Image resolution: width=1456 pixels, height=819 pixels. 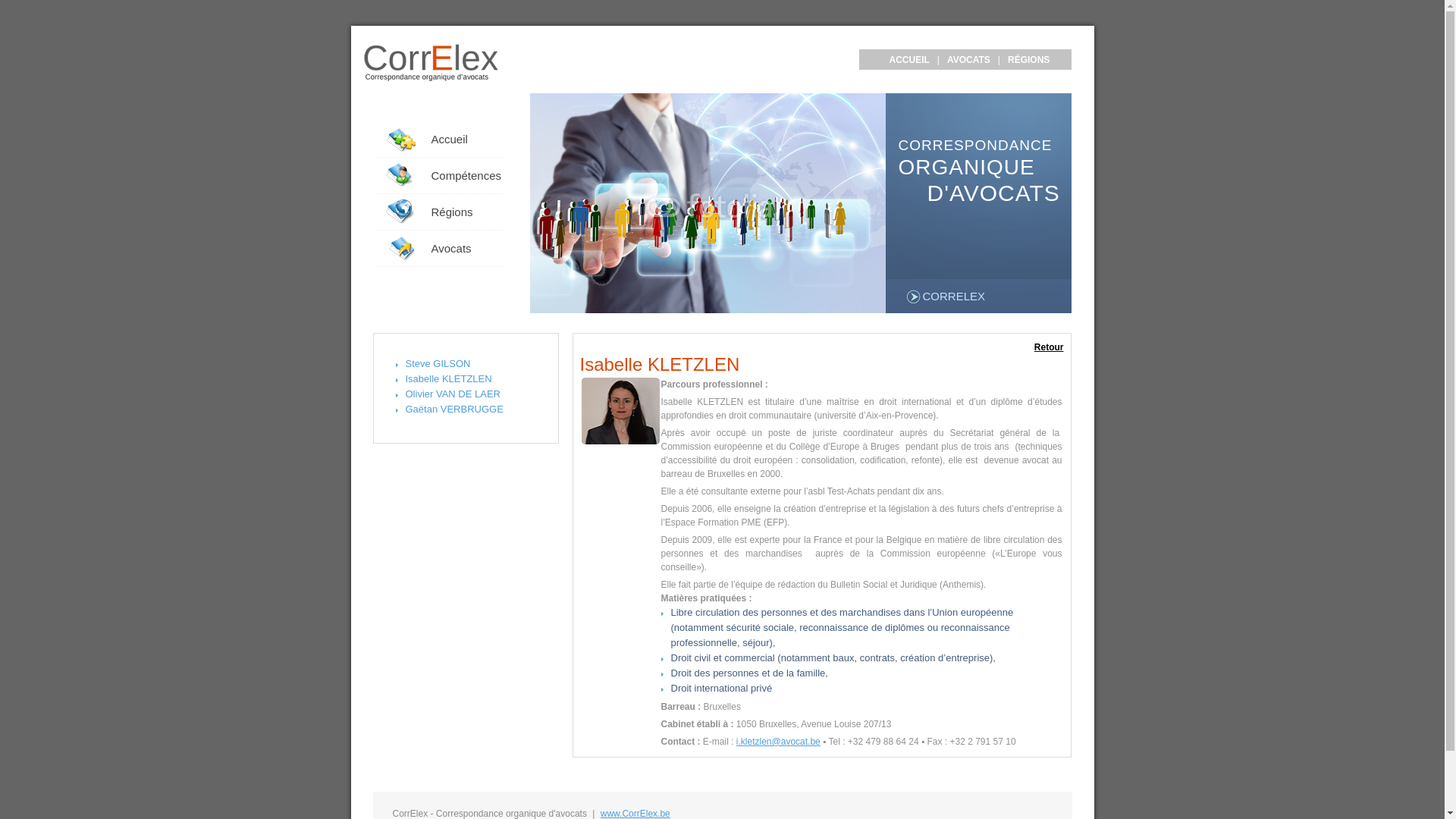 What do you see at coordinates (968, 58) in the screenshot?
I see `'AVOCATS'` at bounding box center [968, 58].